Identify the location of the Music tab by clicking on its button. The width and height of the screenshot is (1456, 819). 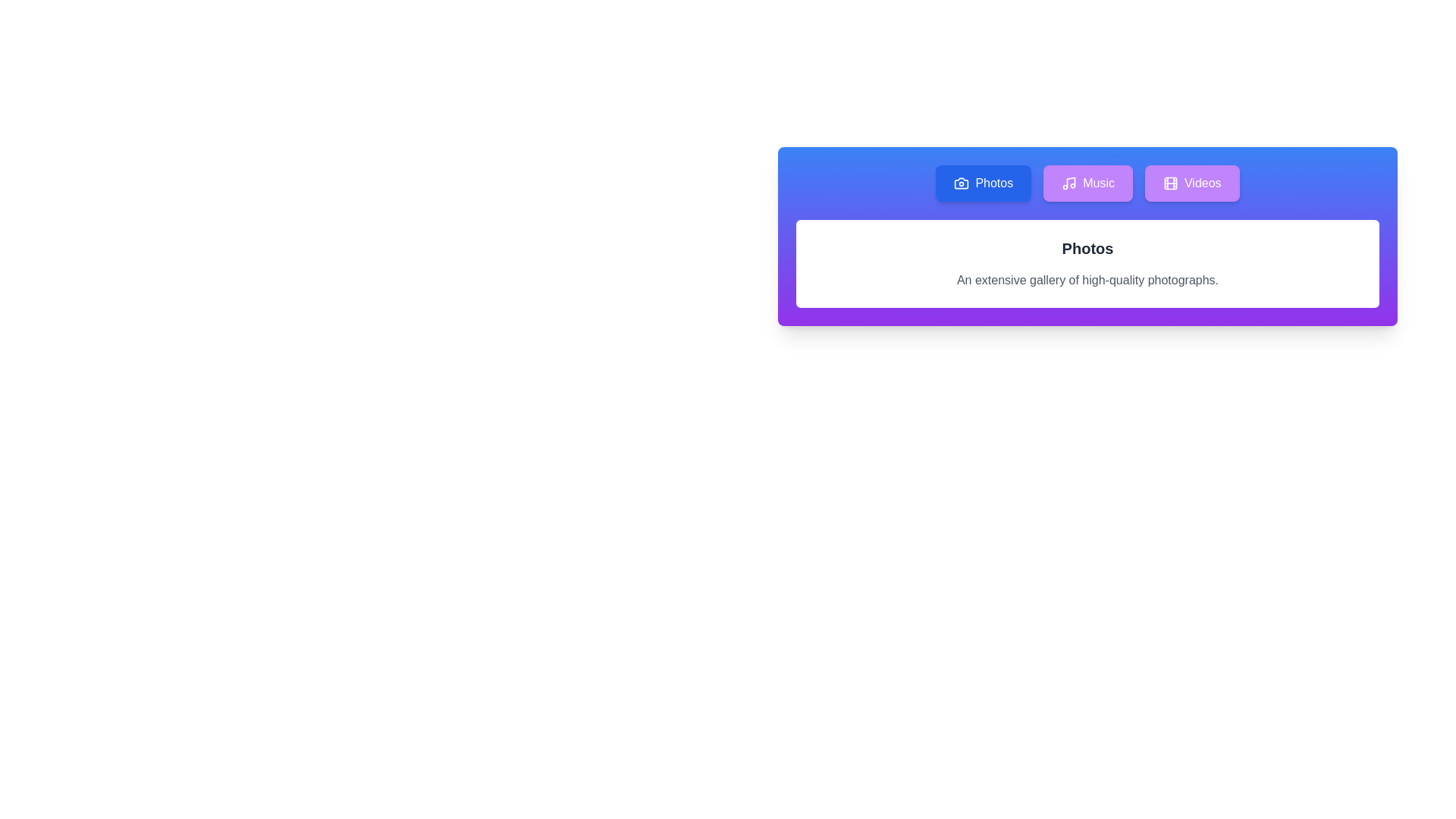
(1087, 183).